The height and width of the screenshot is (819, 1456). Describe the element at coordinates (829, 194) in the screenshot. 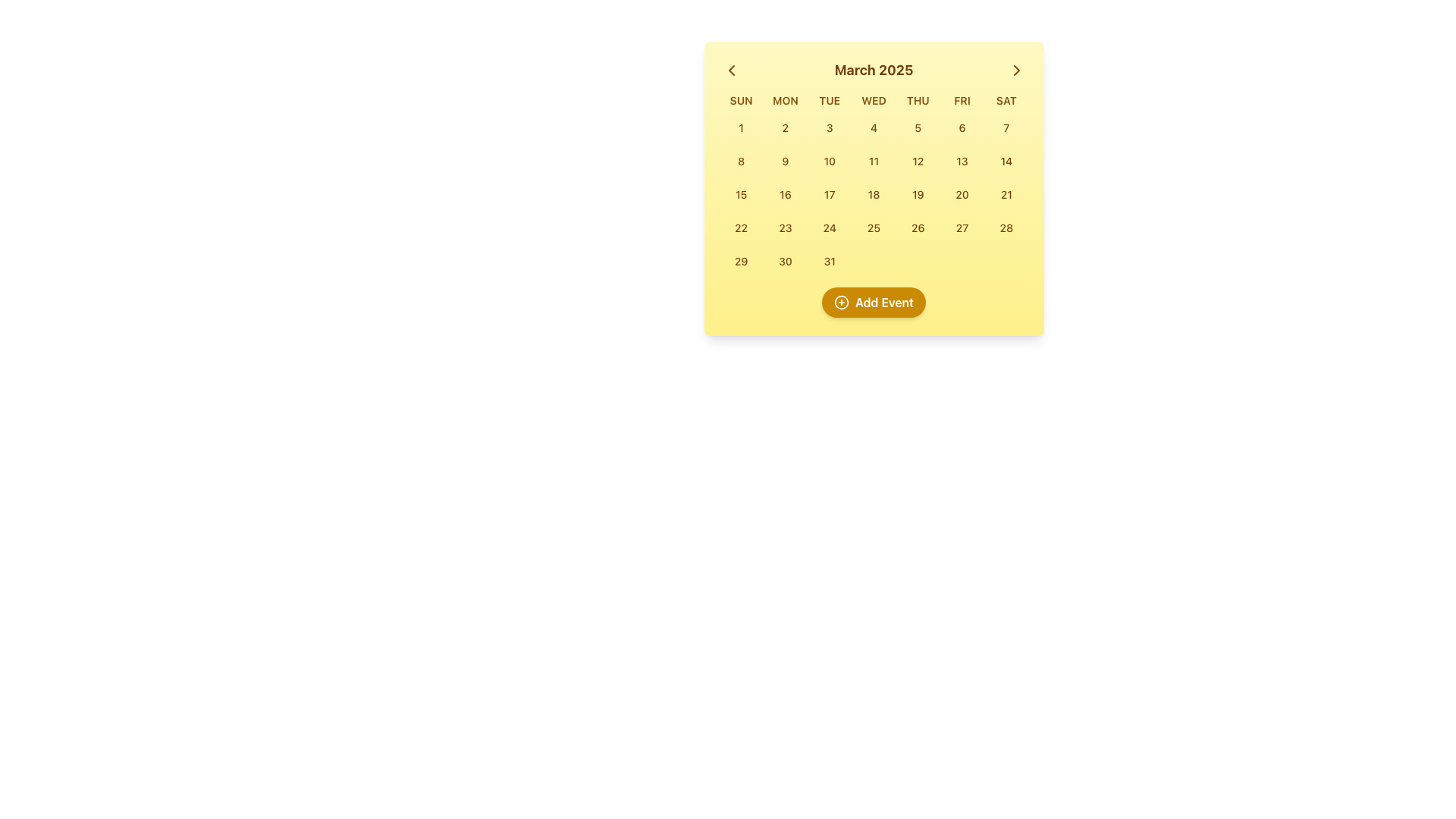

I see `the button representing March 17 in the calendar` at that location.